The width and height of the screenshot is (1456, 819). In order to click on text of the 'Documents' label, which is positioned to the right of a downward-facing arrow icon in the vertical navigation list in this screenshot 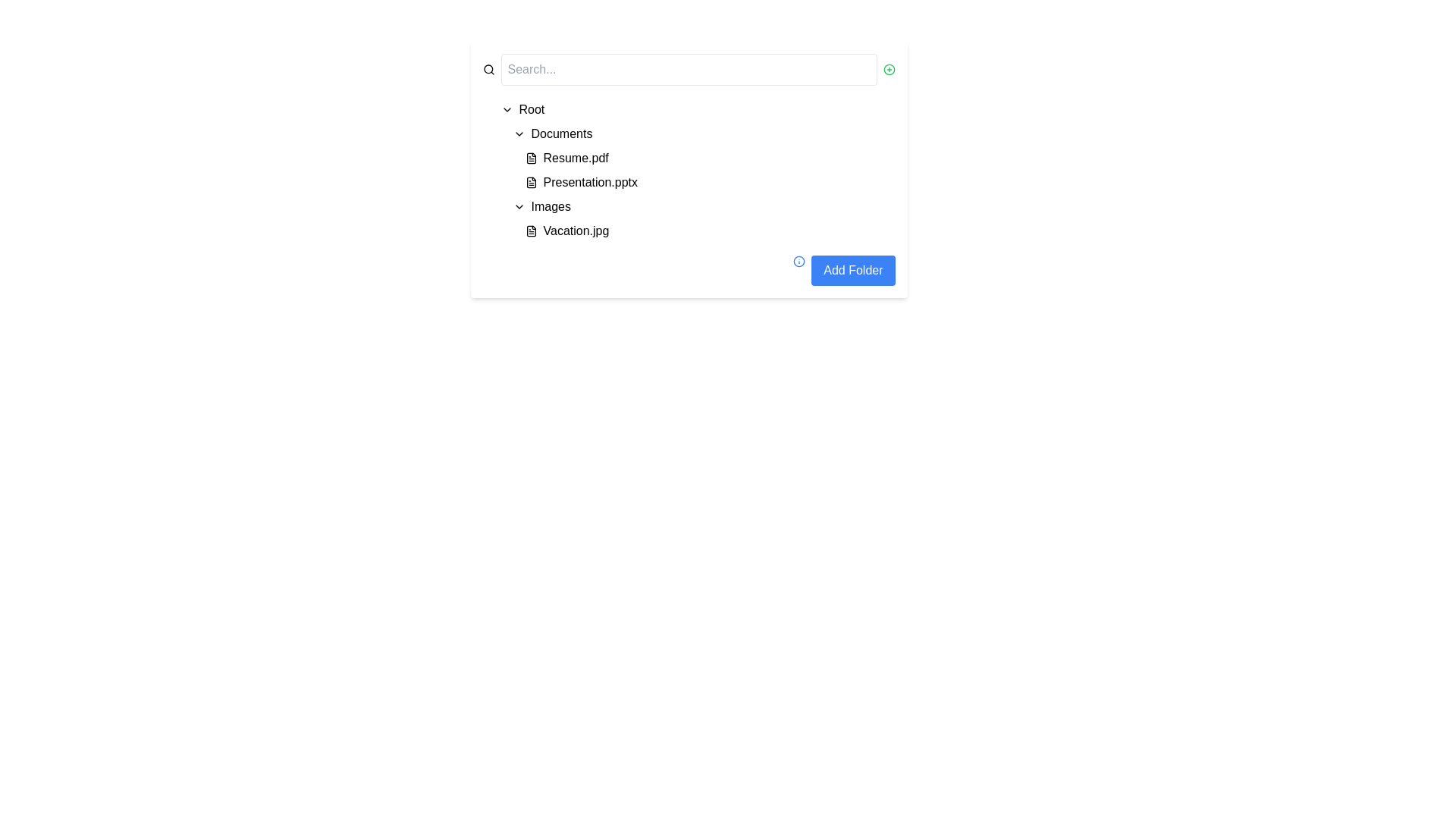, I will do `click(560, 133)`.